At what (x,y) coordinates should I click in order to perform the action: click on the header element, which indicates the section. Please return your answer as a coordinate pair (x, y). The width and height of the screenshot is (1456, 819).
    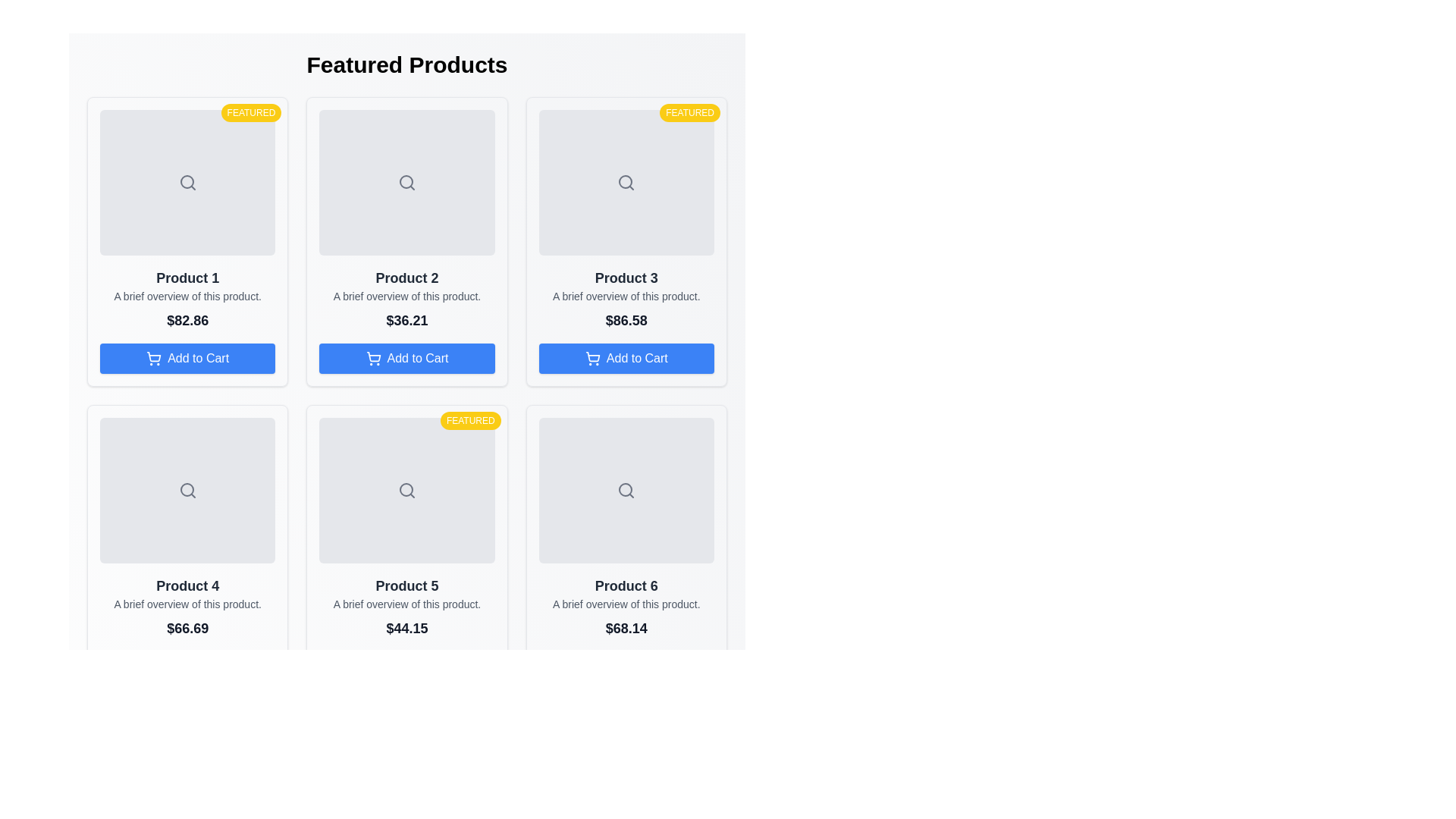
    Looking at the image, I should click on (407, 64).